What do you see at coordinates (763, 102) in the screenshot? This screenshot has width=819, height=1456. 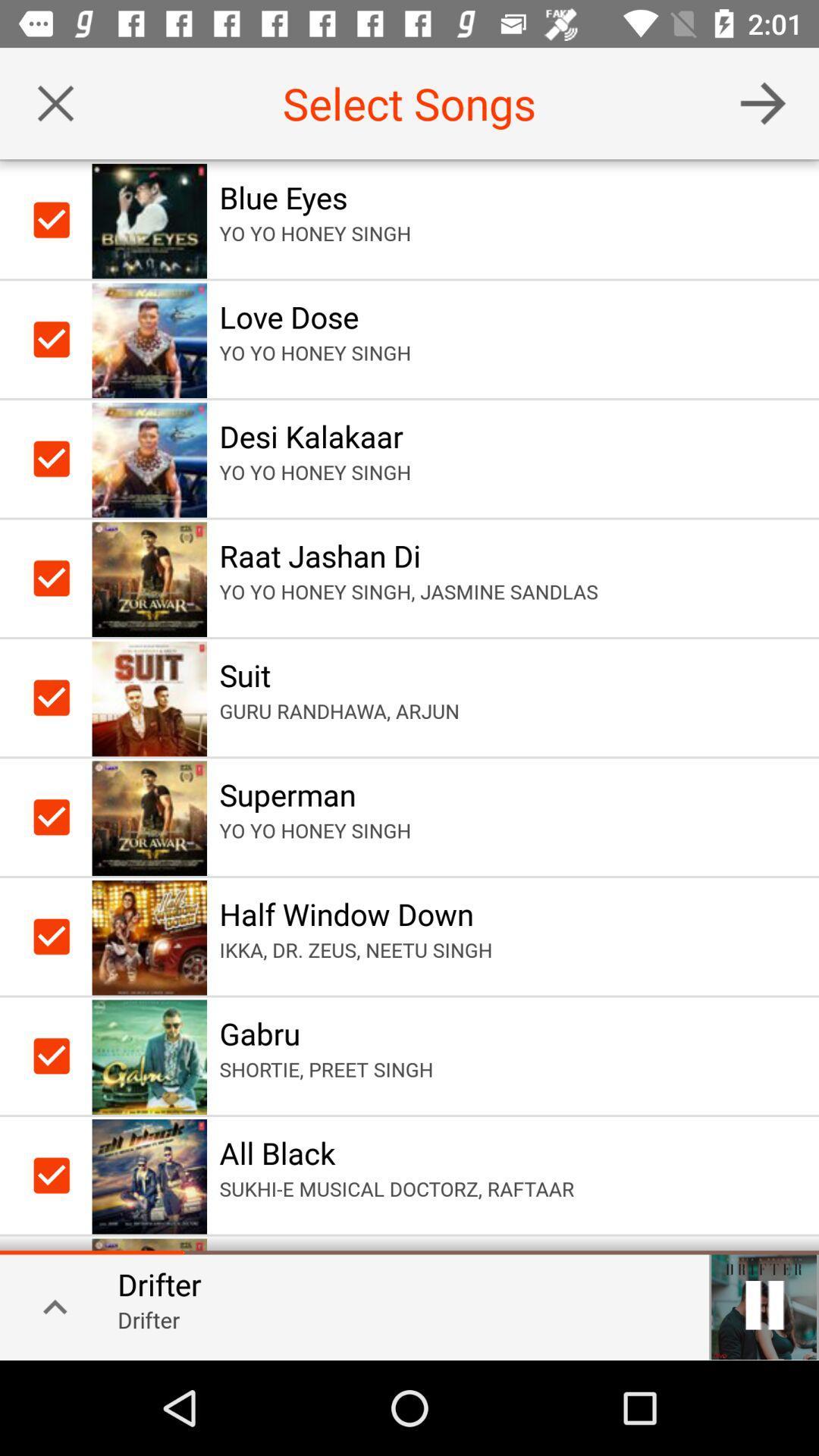 I see `the item at the top right corner` at bounding box center [763, 102].